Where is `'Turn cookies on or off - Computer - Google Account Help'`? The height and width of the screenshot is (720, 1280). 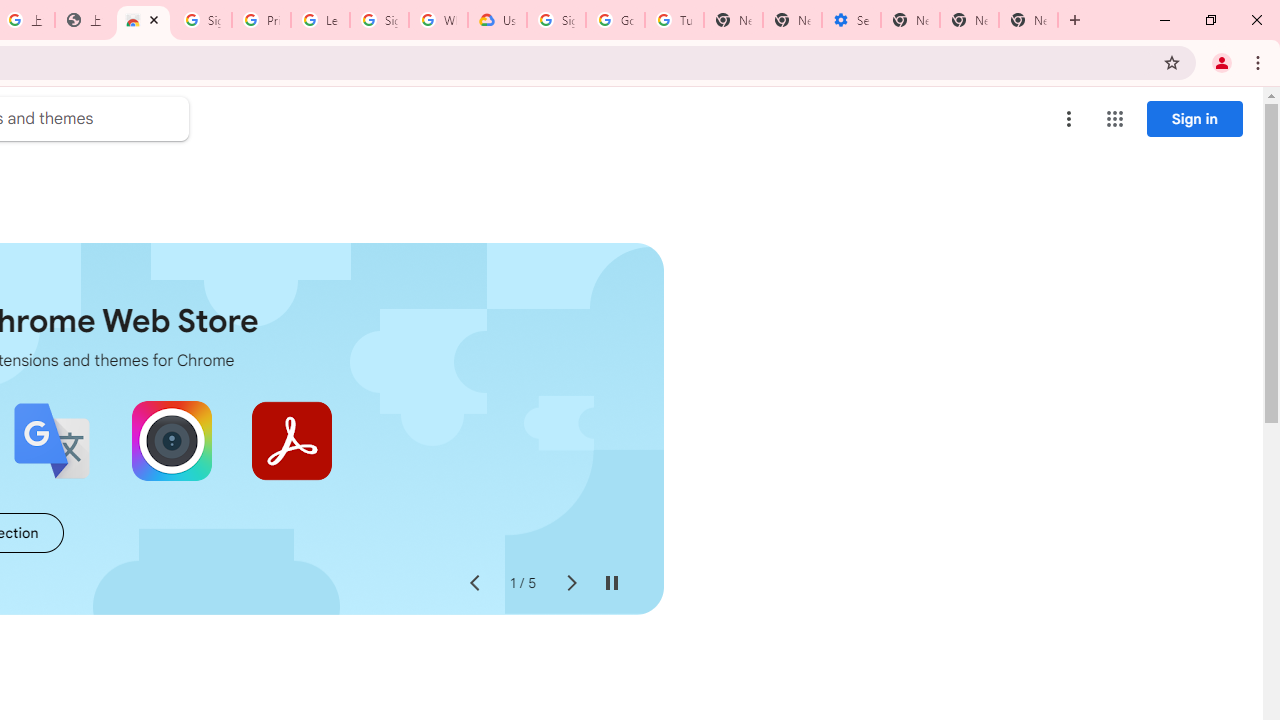 'Turn cookies on or off - Computer - Google Account Help' is located at coordinates (674, 20).